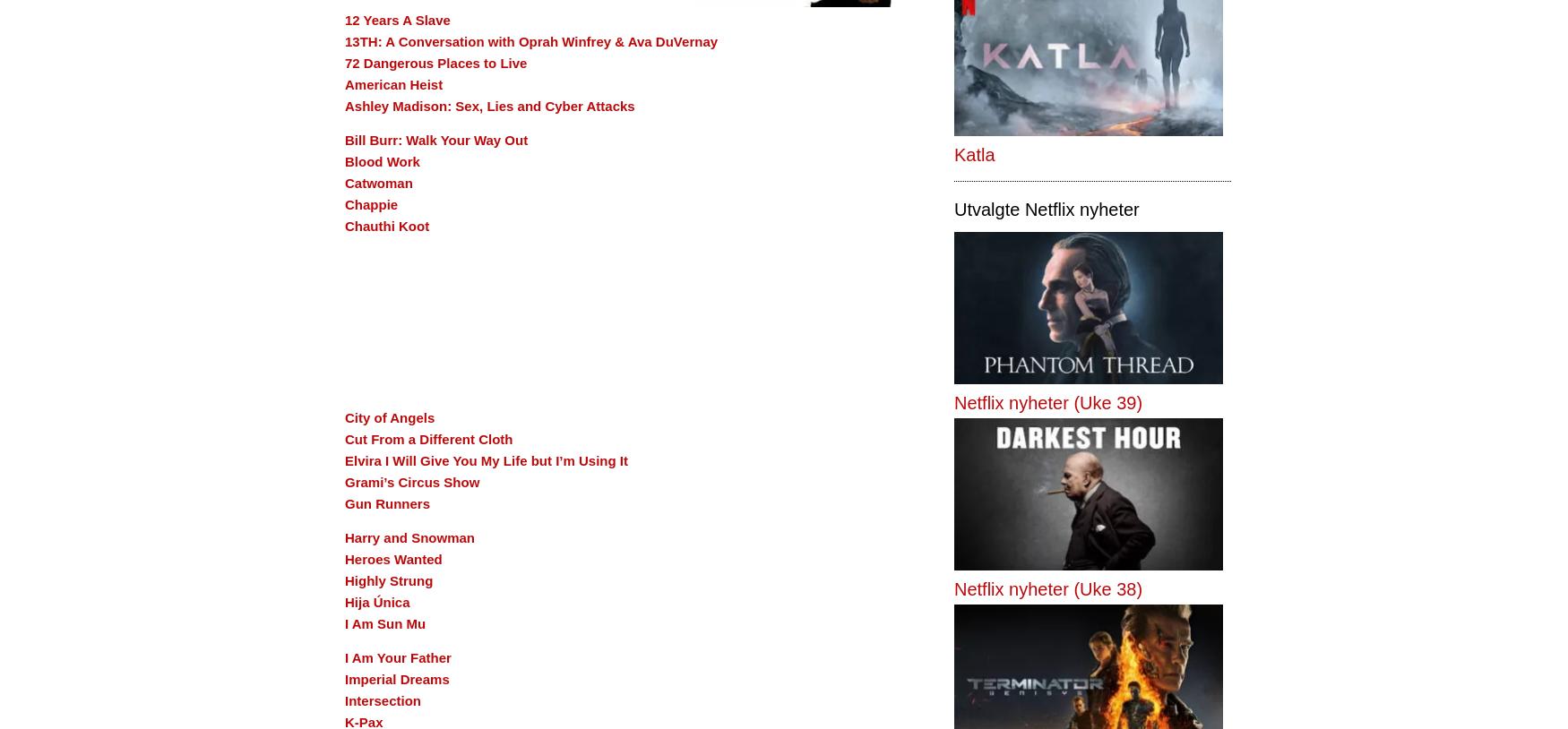 This screenshot has height=729, width=1568. I want to click on '13TH: A Conversation with Oprah Winfrey & Ava DuVernay', so click(531, 40).